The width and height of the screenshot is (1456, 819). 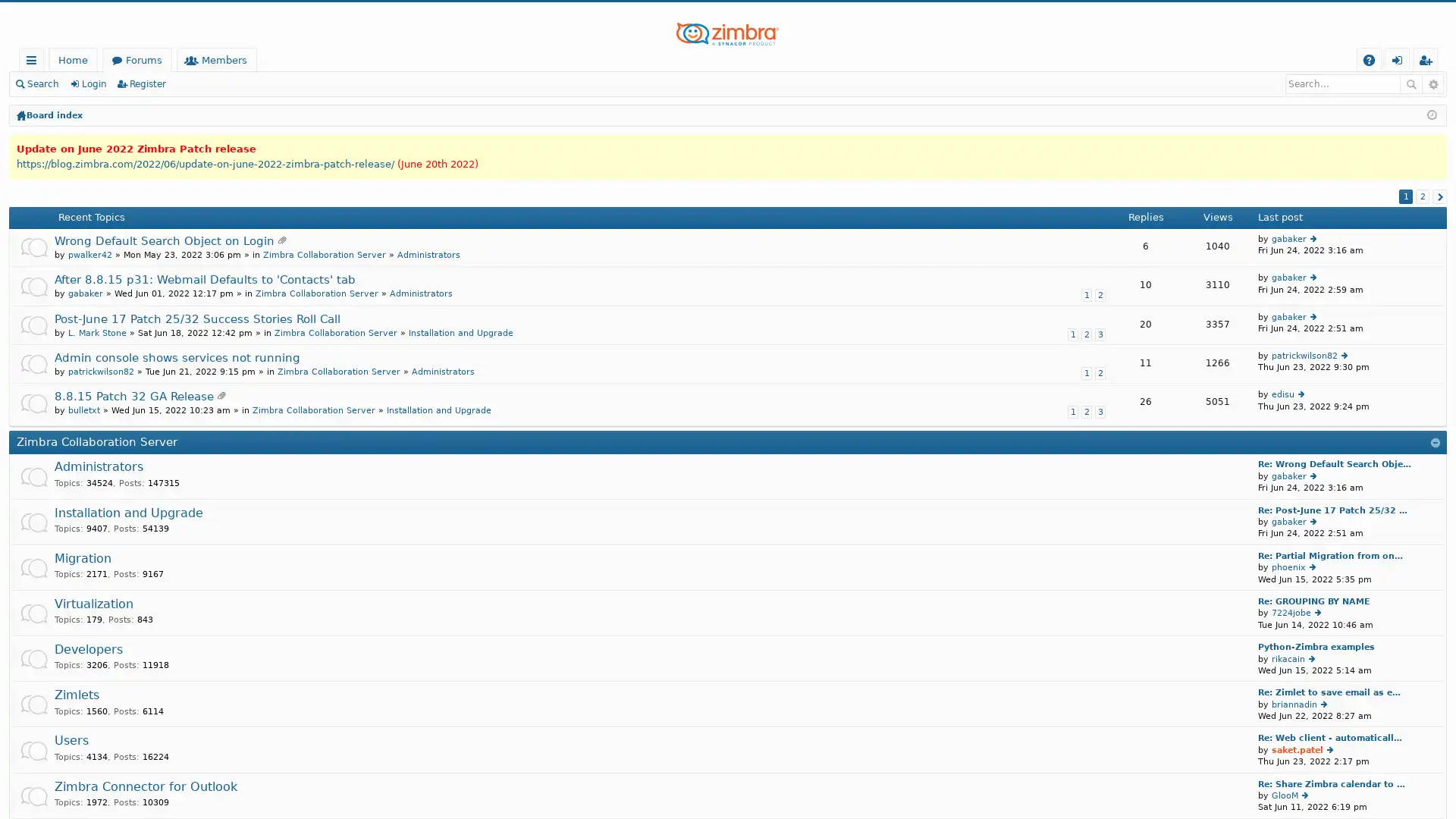 I want to click on Next, so click(x=1439, y=195).